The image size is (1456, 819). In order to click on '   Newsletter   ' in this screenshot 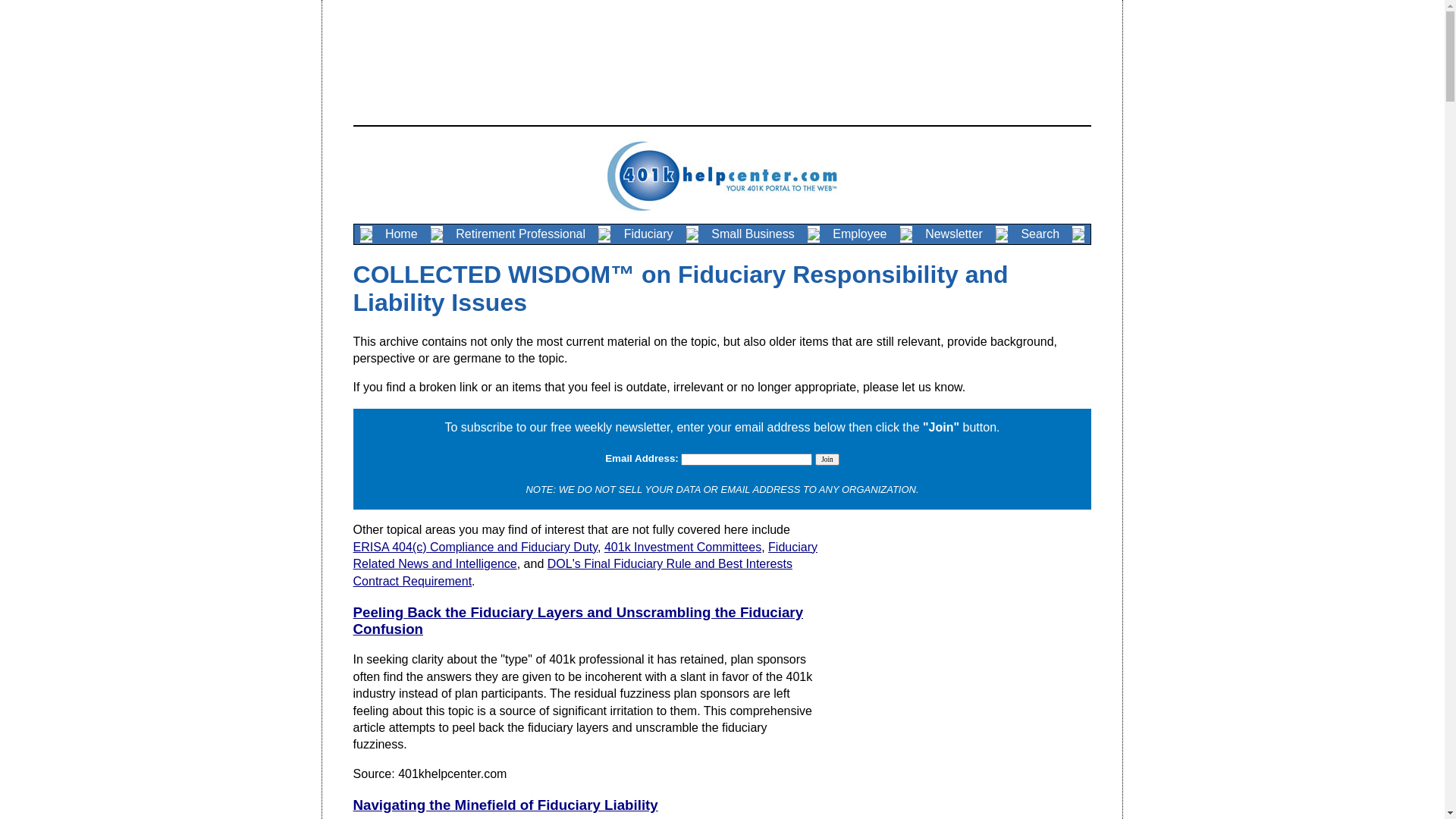, I will do `click(952, 234)`.